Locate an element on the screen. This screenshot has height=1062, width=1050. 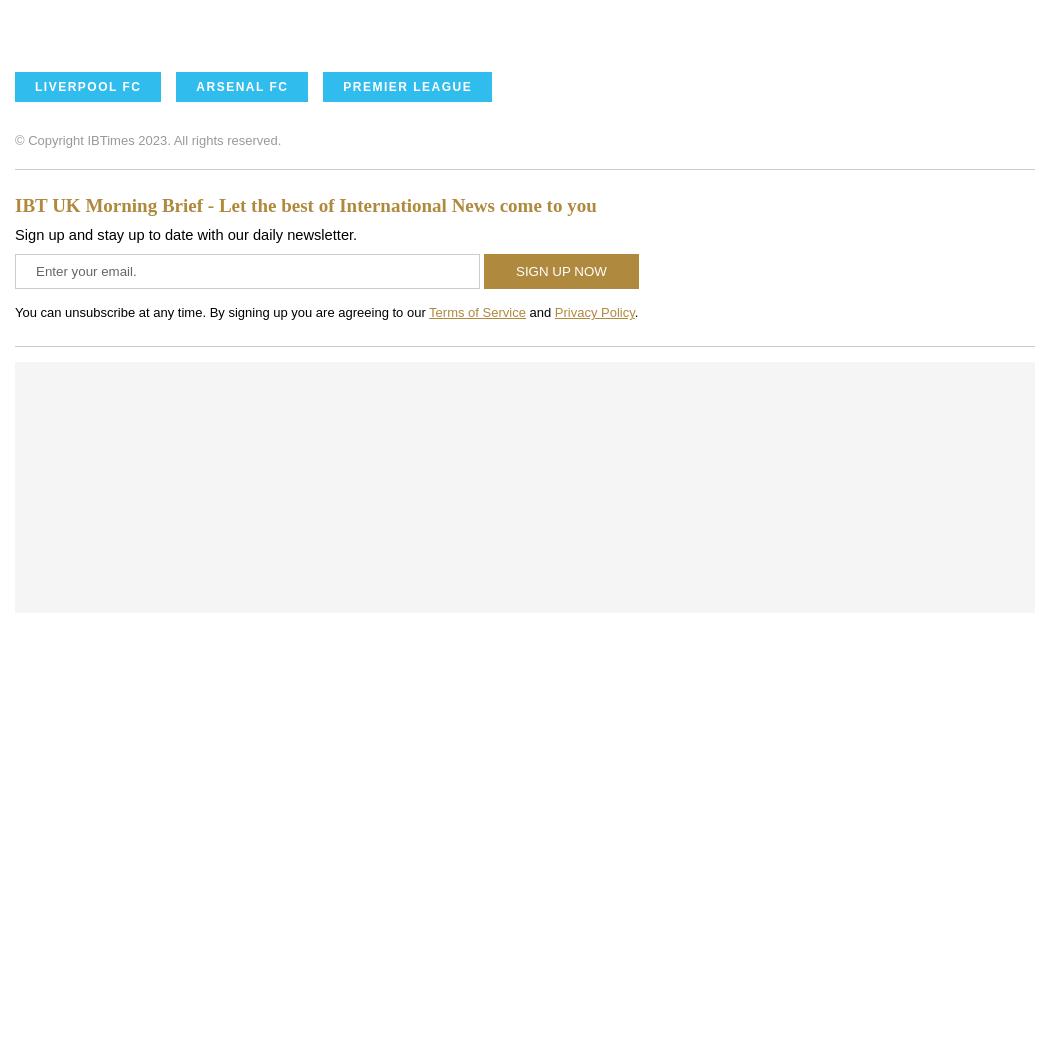
'© Copyright IBTimes 2023. All rights reserved.' is located at coordinates (147, 139).